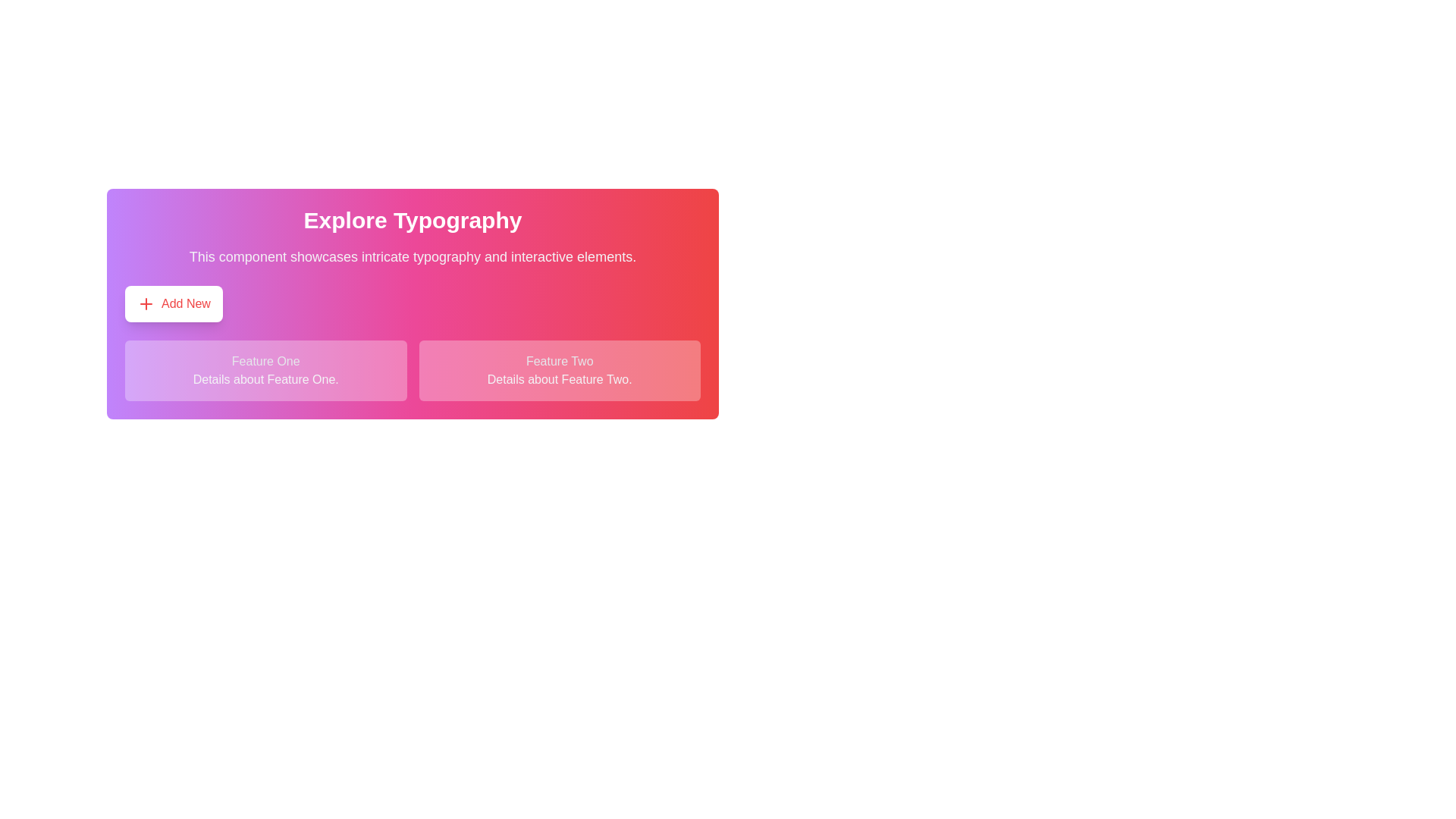  I want to click on the static text displaying 'Details about Feature Two,' which is styled in gray and positioned below 'Feature Two.', so click(559, 379).